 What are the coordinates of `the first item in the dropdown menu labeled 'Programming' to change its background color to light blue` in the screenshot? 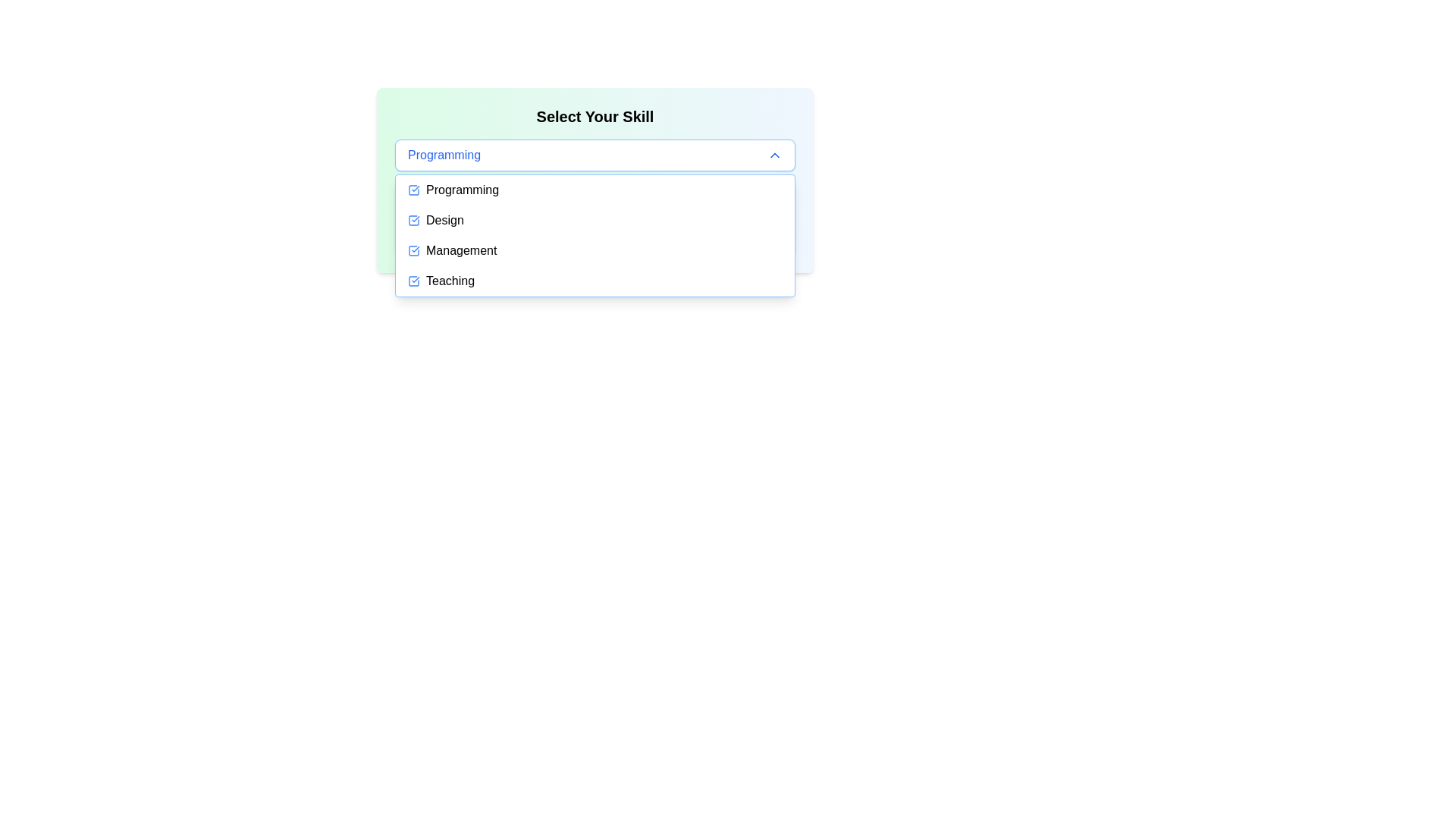 It's located at (595, 189).